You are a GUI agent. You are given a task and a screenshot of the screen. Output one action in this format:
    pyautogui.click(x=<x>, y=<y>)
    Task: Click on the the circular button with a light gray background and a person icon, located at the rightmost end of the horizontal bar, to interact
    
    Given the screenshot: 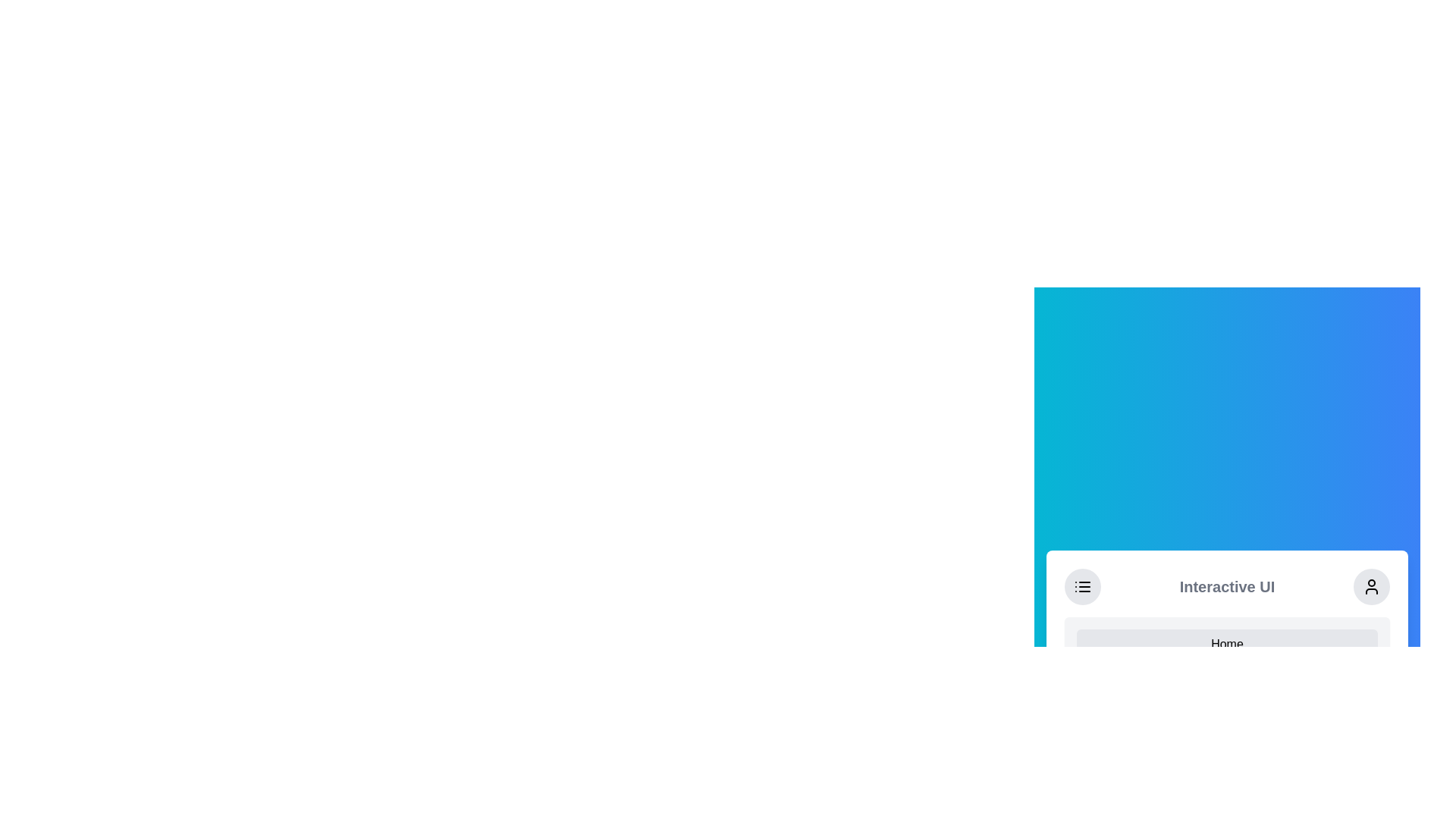 What is the action you would take?
    pyautogui.click(x=1372, y=586)
    